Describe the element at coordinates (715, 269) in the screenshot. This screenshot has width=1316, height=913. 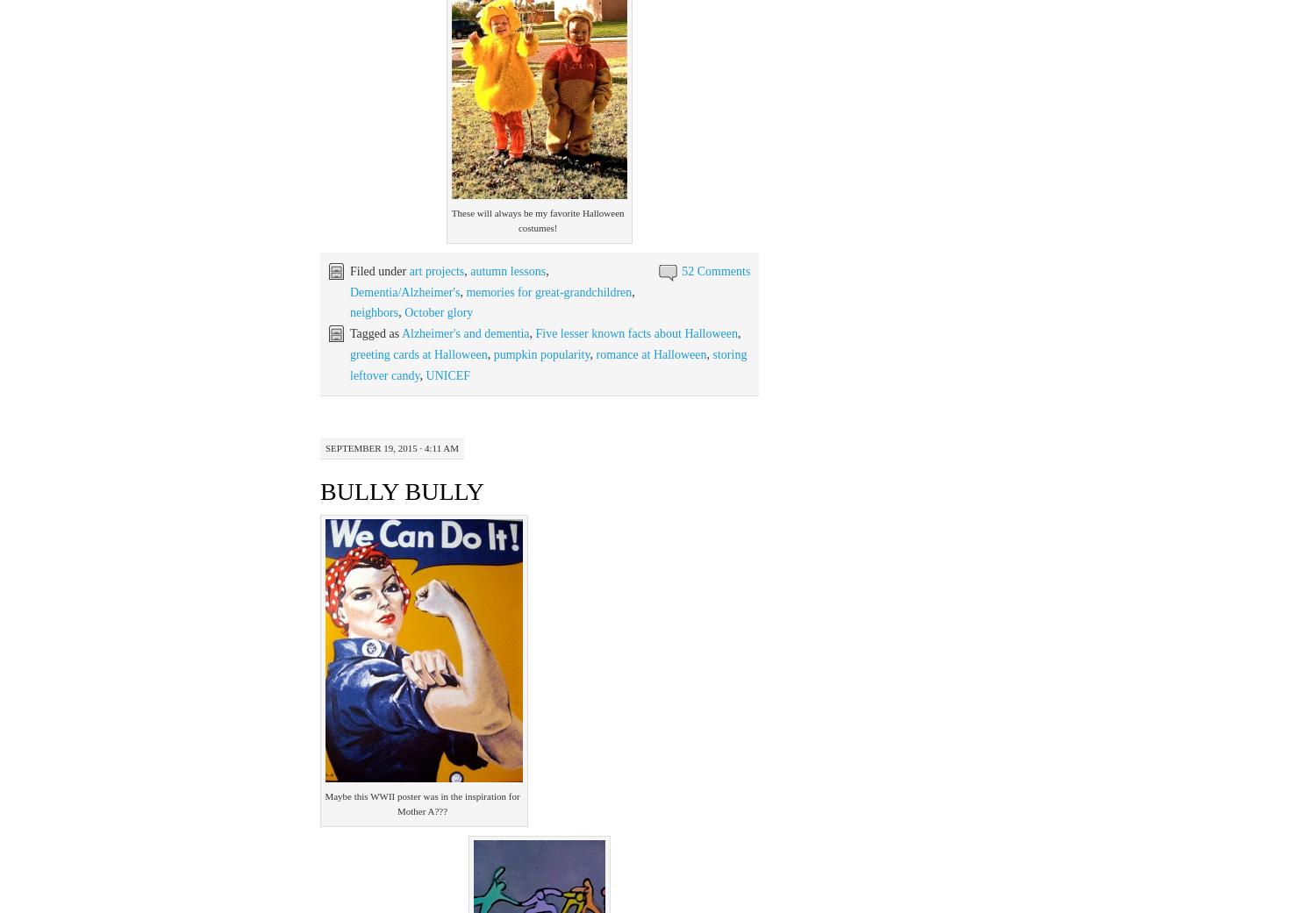
I see `'52 Comments'` at that location.